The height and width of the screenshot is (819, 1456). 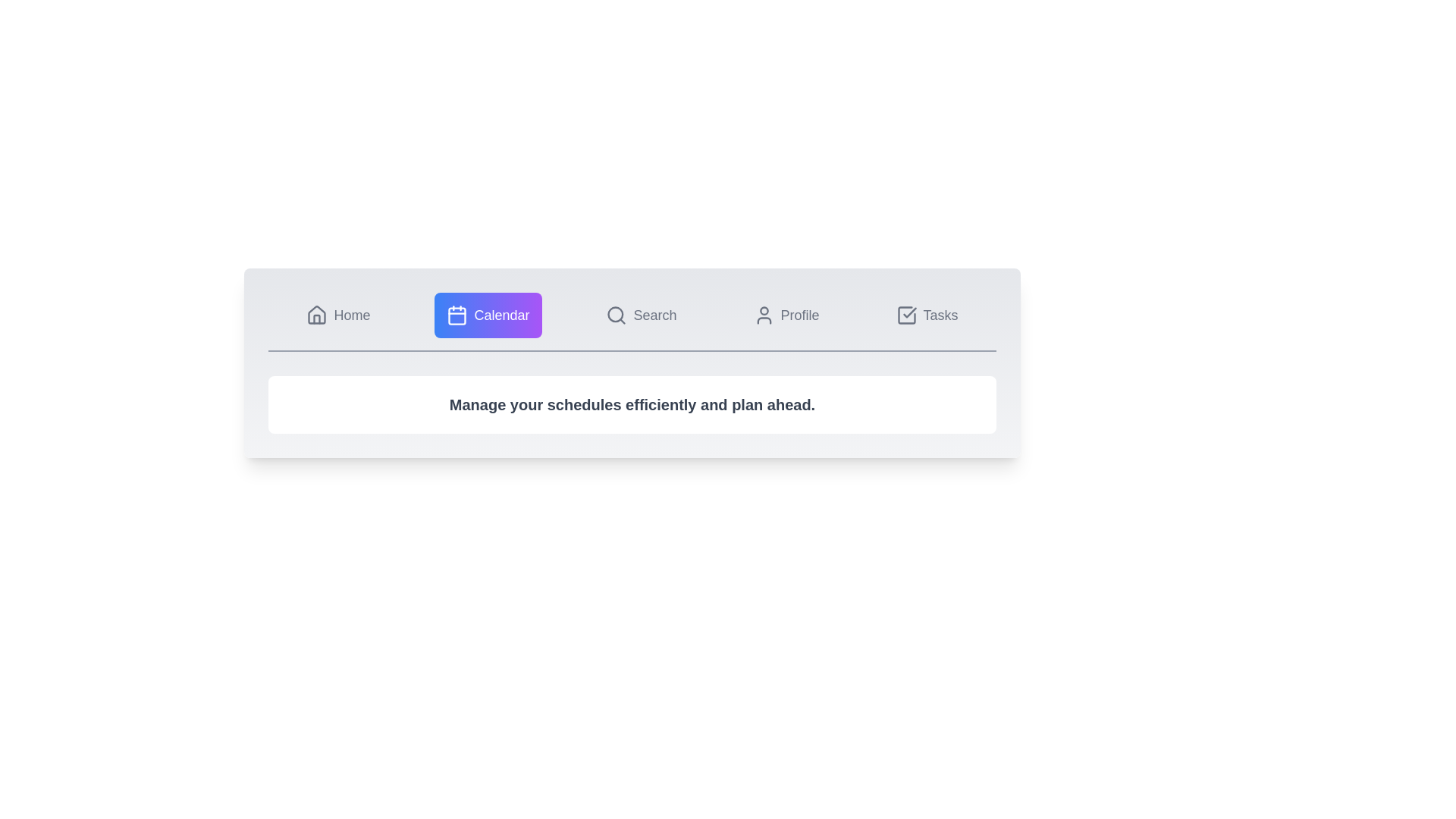 What do you see at coordinates (337, 315) in the screenshot?
I see `the tab labeled Home to observe its hover effect` at bounding box center [337, 315].